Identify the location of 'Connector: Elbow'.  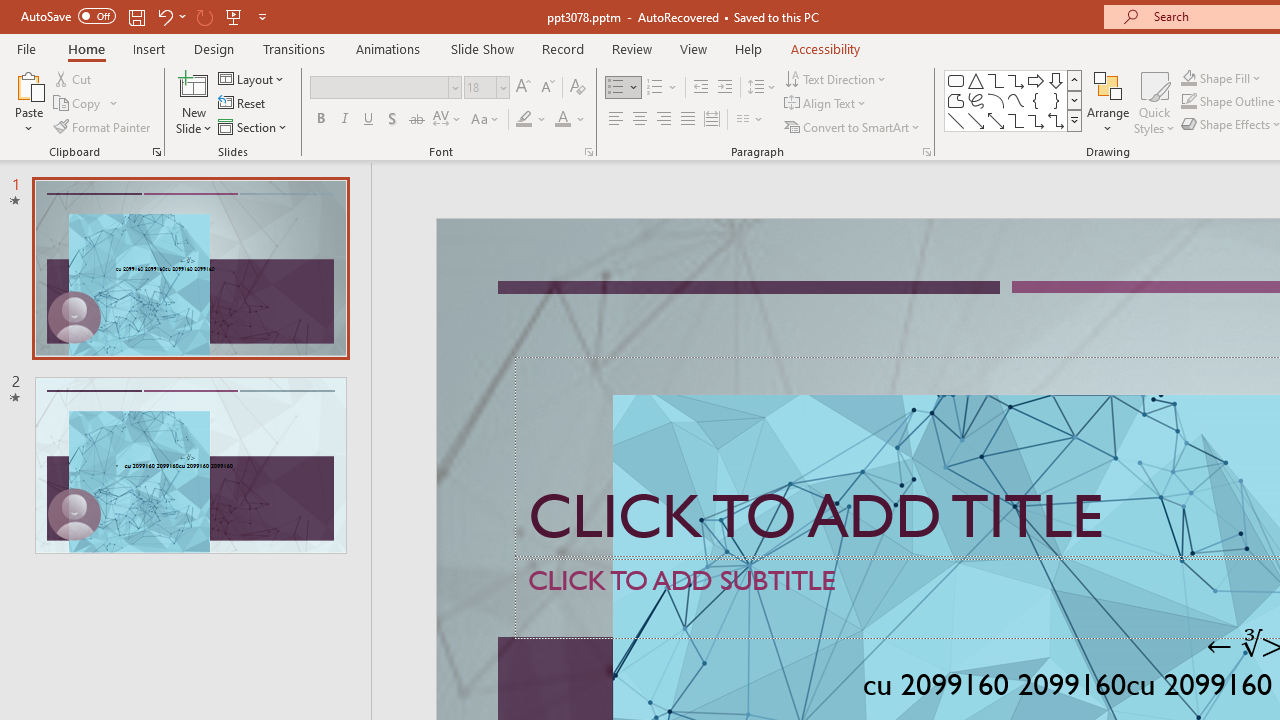
(1016, 120).